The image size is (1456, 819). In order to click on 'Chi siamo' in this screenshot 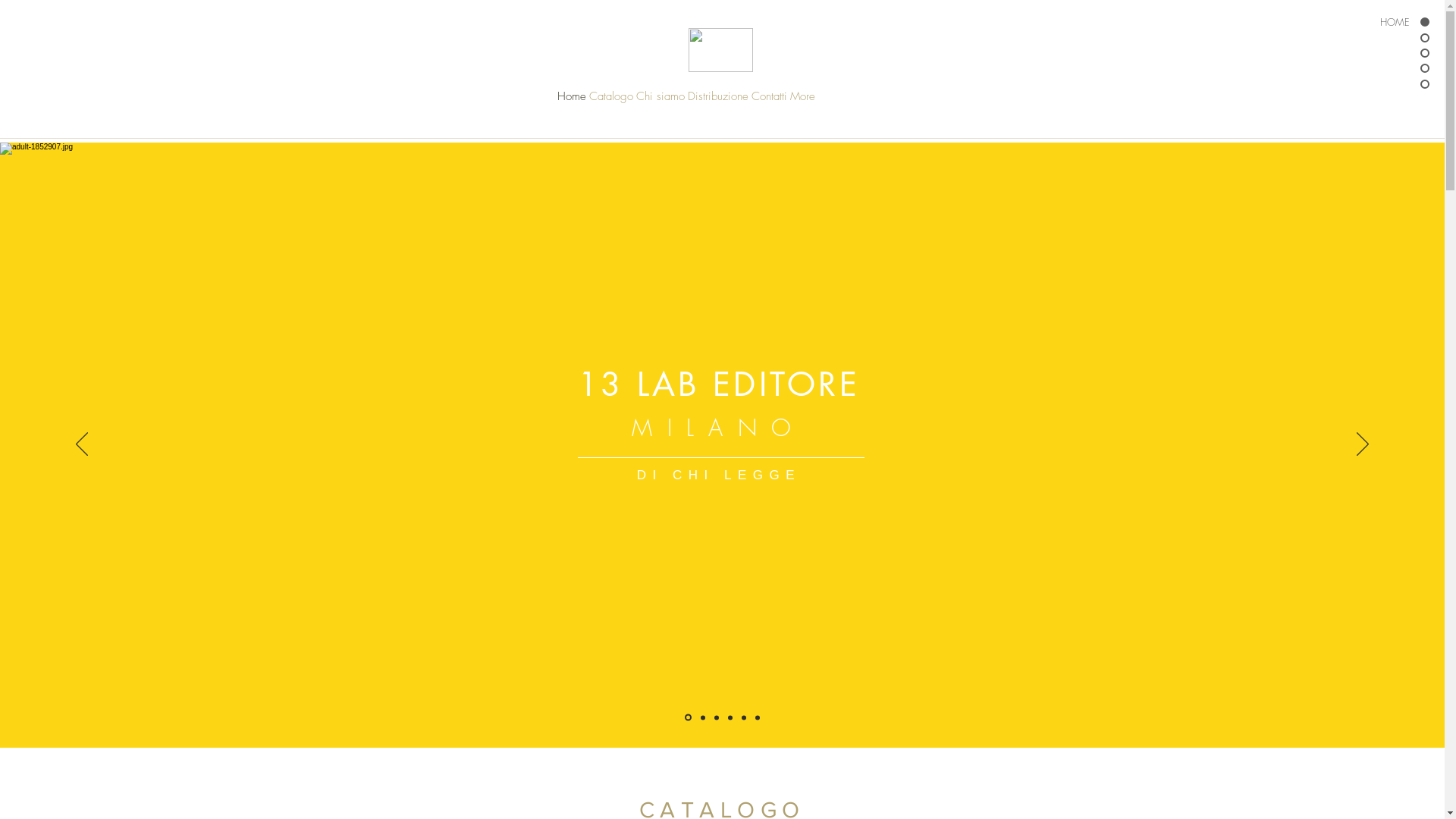, I will do `click(659, 100)`.